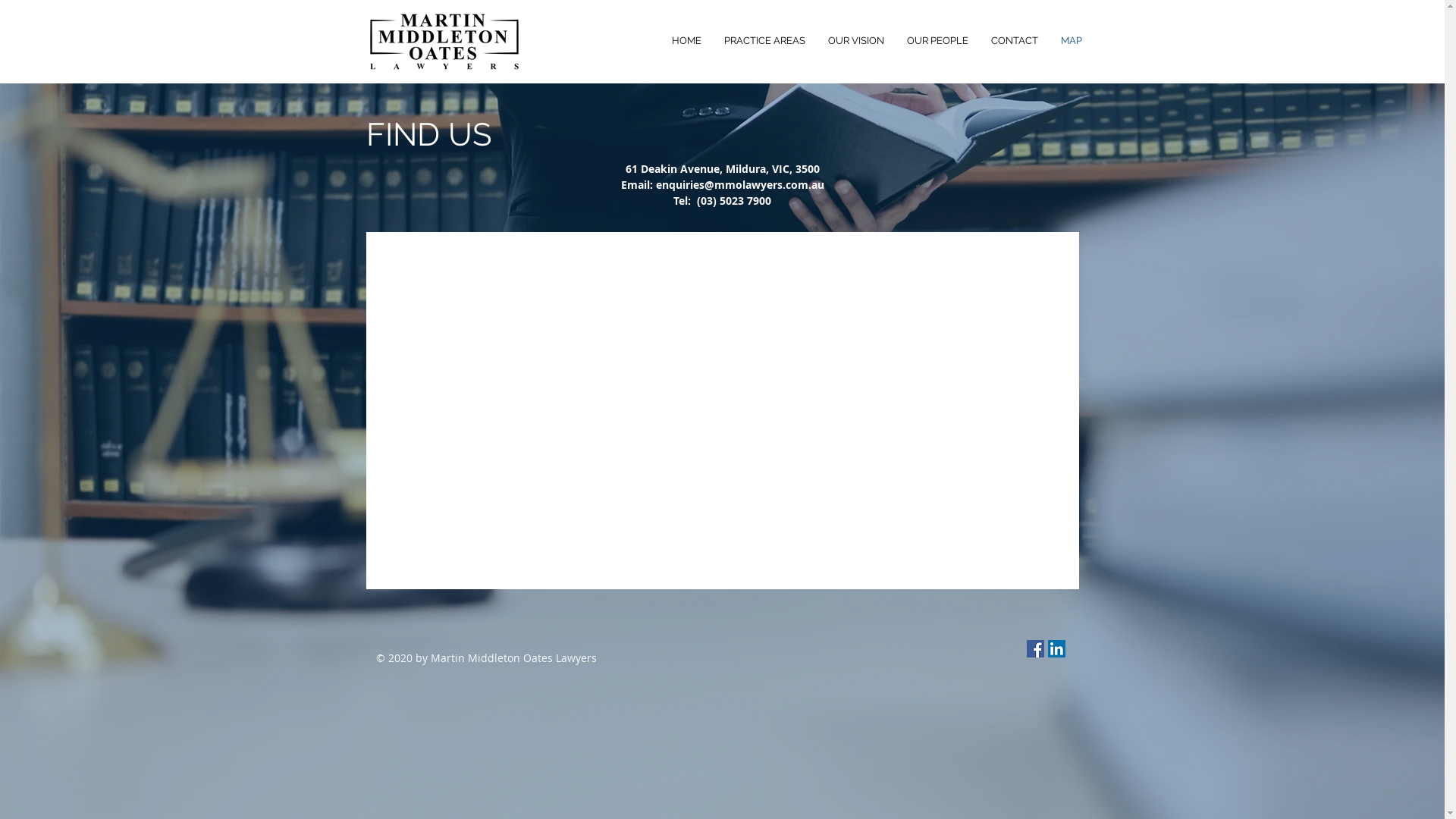 The image size is (1456, 819). Describe the element at coordinates (685, 40) in the screenshot. I see `'HOME'` at that location.